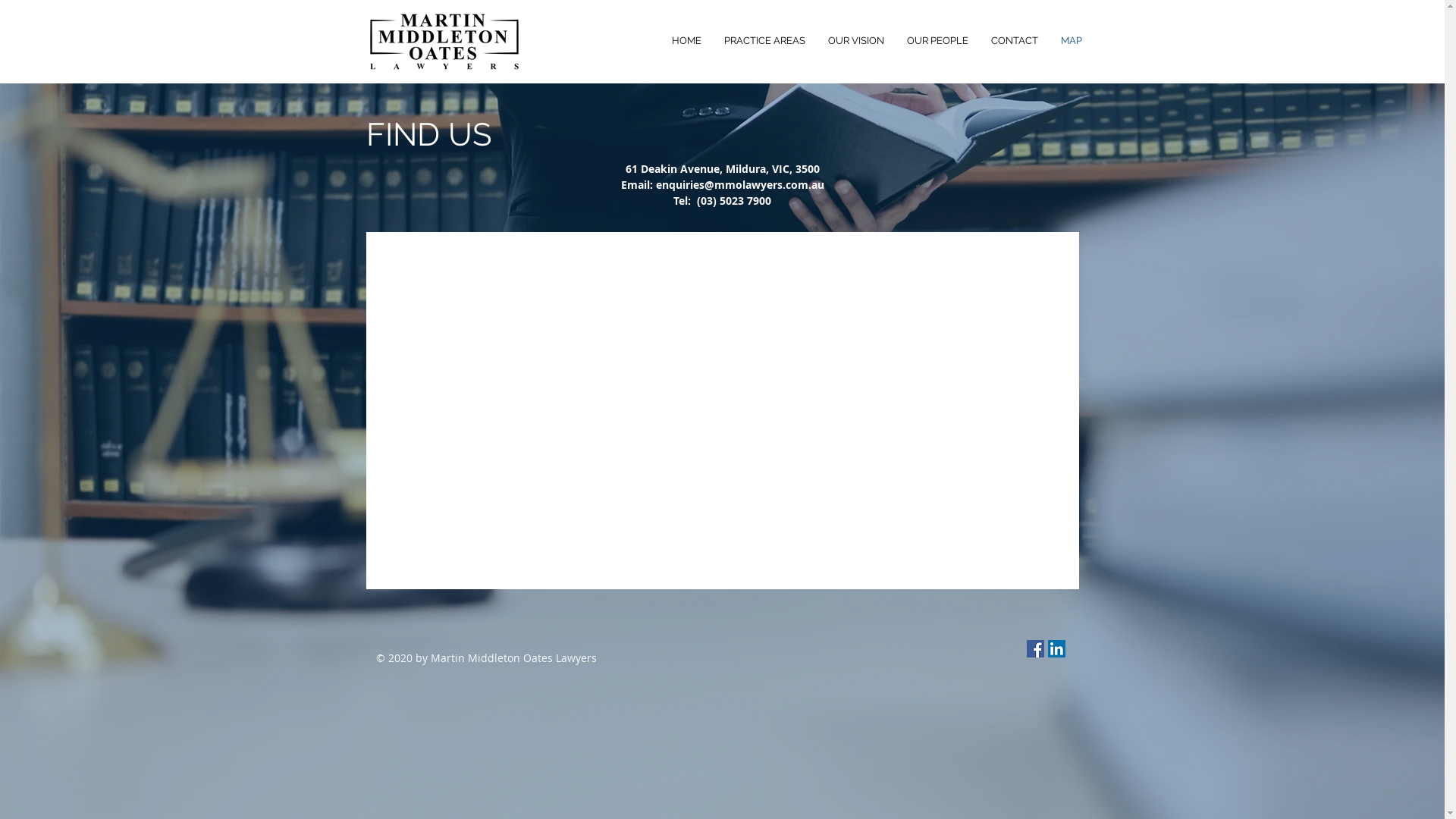 The image size is (1456, 819). Describe the element at coordinates (685, 40) in the screenshot. I see `'HOME'` at that location.